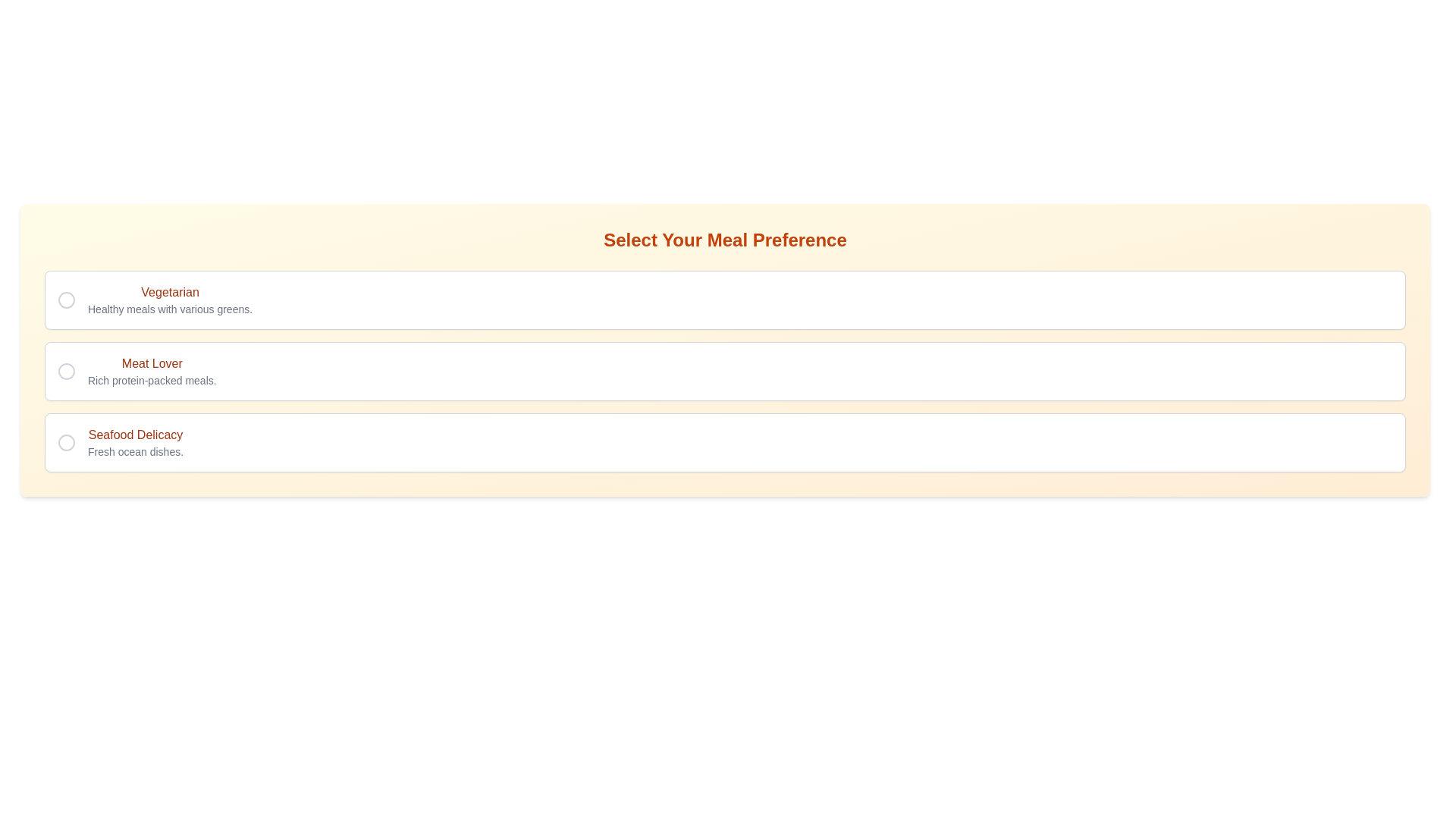 Image resolution: width=1456 pixels, height=819 pixels. I want to click on the circular radio button next to the 'Vegetarian' label, so click(65, 300).